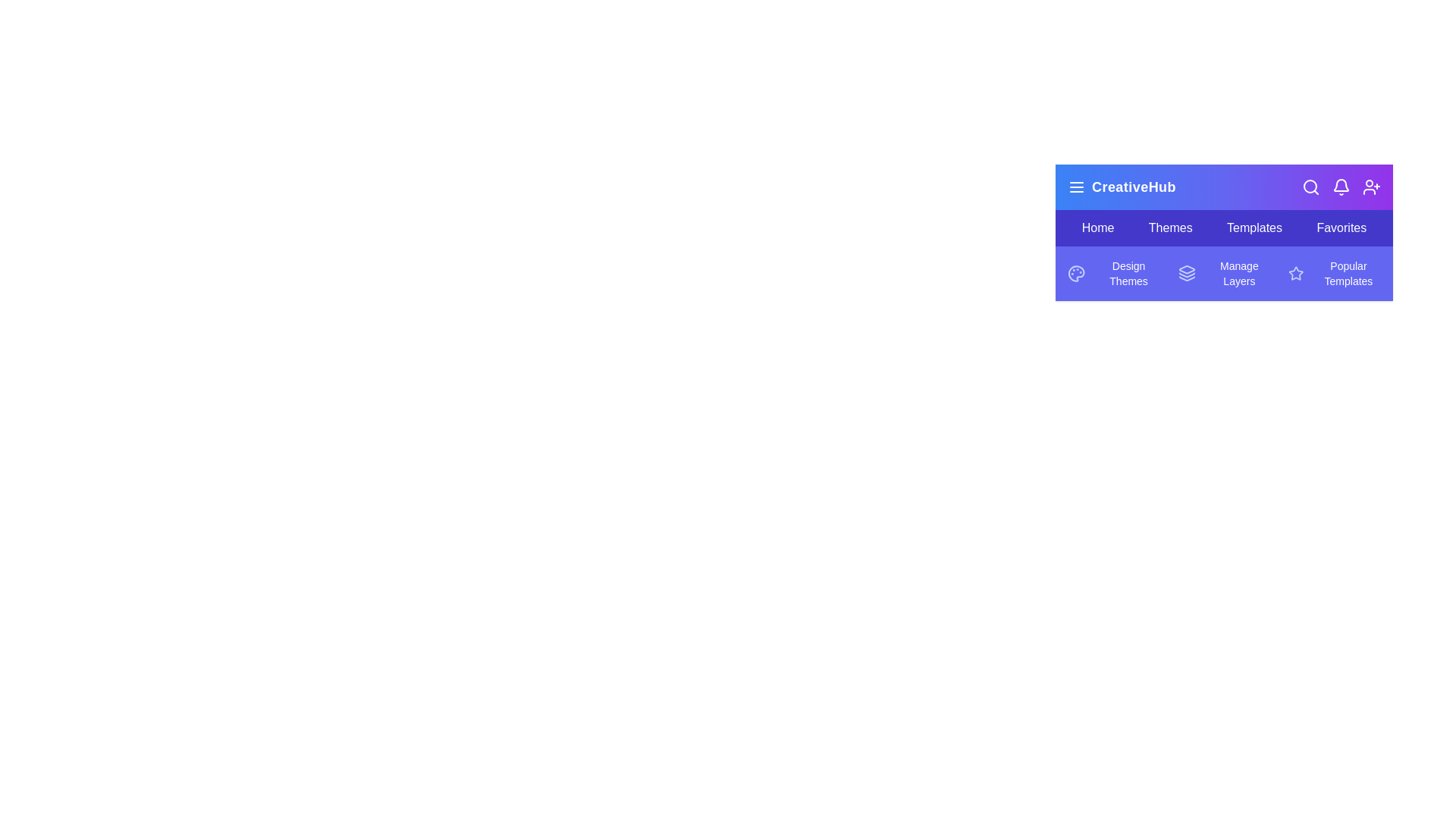 The height and width of the screenshot is (819, 1456). What do you see at coordinates (1341, 227) in the screenshot?
I see `the menu item Favorites` at bounding box center [1341, 227].